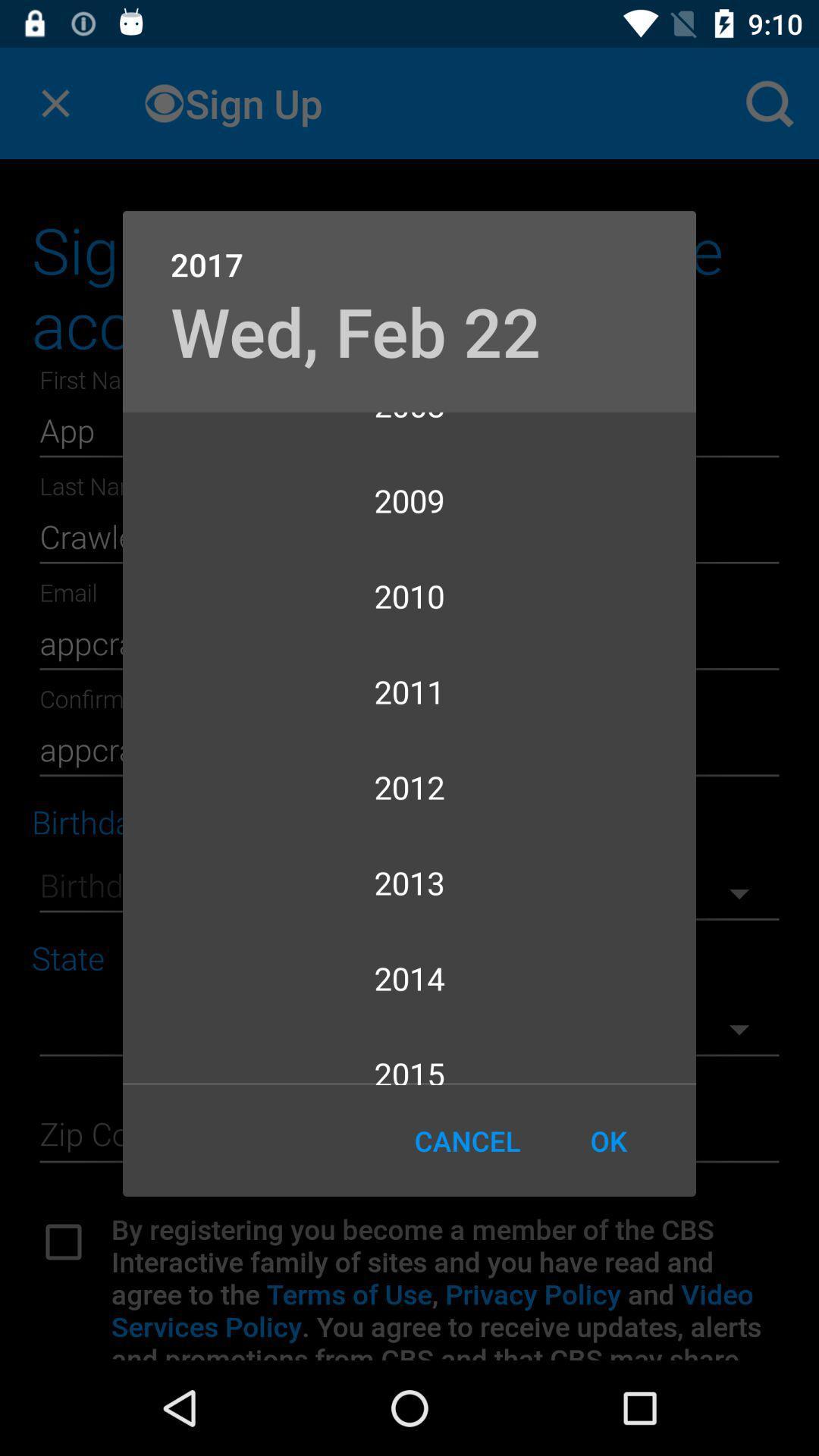  What do you see at coordinates (356, 330) in the screenshot?
I see `icon below the 2017 item` at bounding box center [356, 330].